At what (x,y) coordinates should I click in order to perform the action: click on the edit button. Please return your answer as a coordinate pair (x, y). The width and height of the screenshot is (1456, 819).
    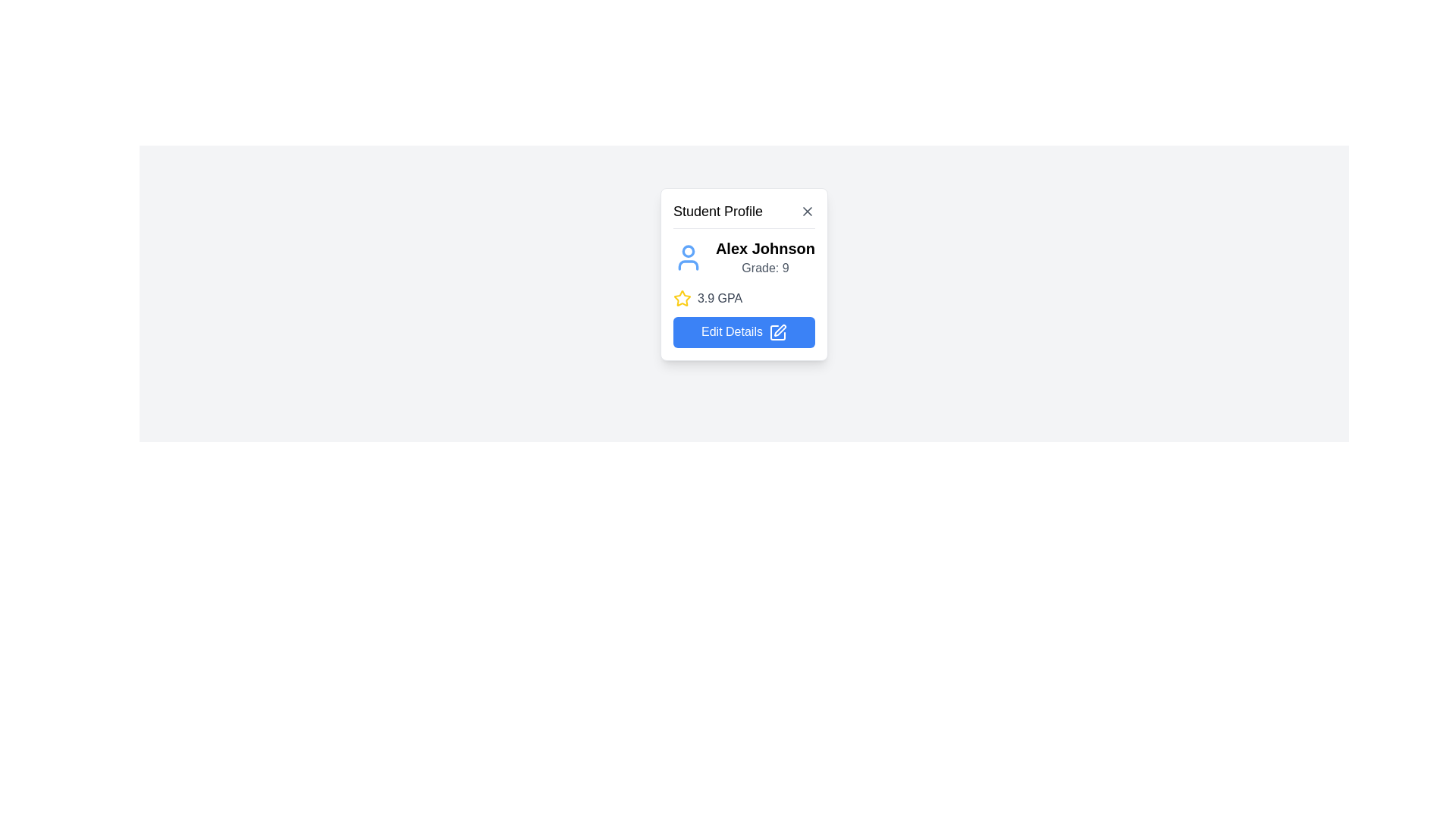
    Looking at the image, I should click on (743, 318).